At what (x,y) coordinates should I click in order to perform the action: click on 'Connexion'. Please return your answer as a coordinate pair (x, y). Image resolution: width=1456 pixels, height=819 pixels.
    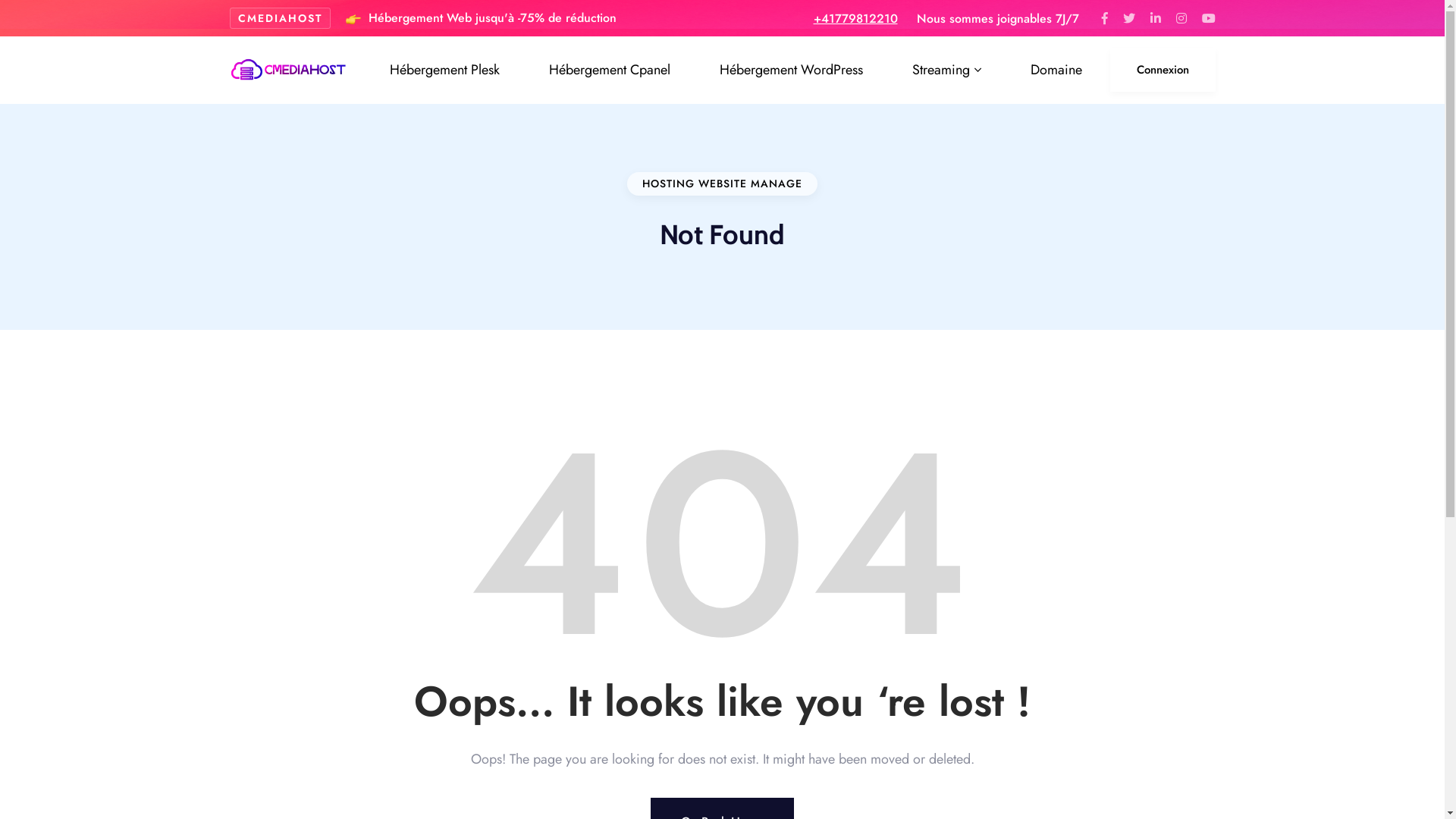
    Looking at the image, I should click on (1162, 70).